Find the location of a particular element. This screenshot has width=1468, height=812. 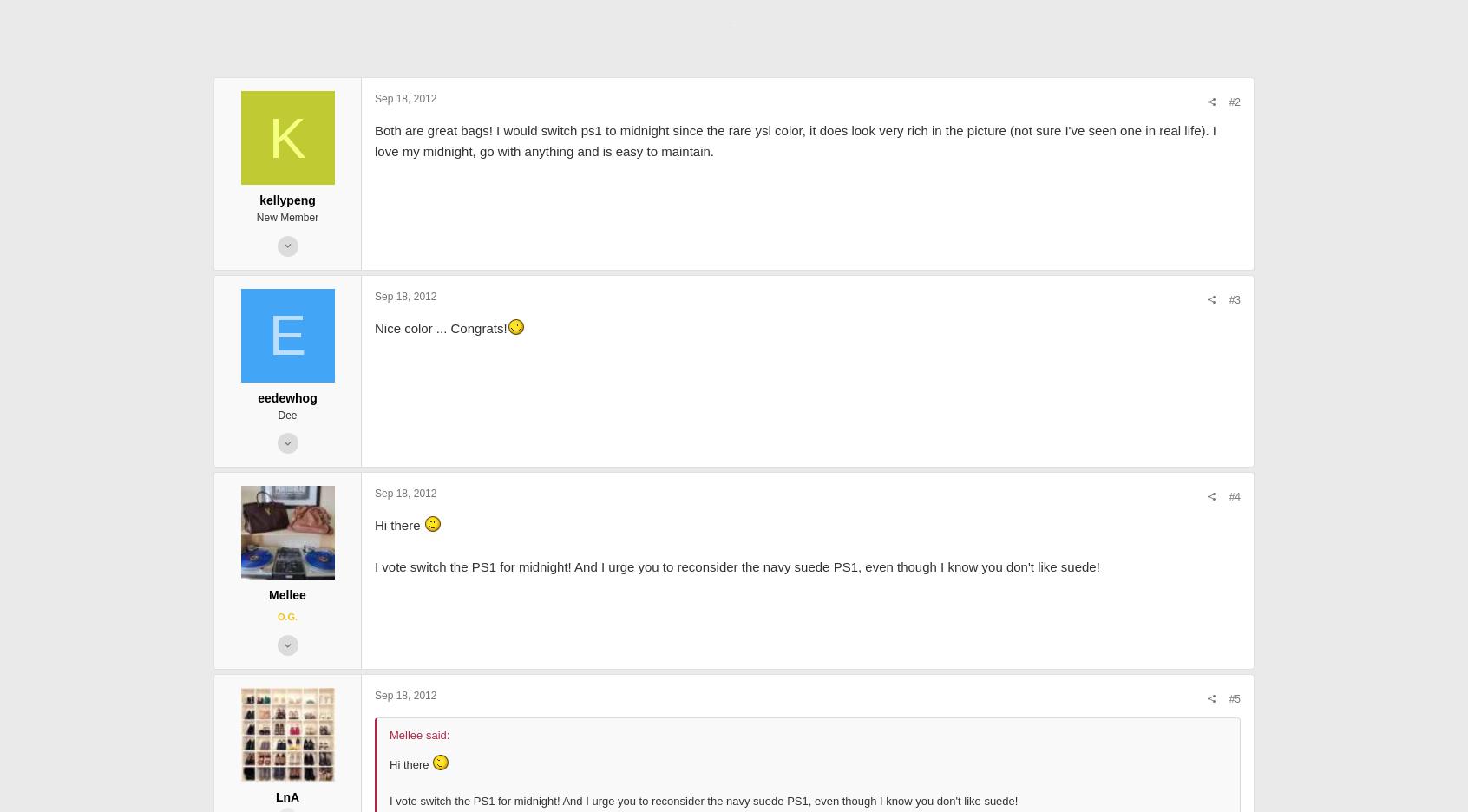

'YSL Chyc Mini Dove Beige.jpeg' is located at coordinates (593, 6).